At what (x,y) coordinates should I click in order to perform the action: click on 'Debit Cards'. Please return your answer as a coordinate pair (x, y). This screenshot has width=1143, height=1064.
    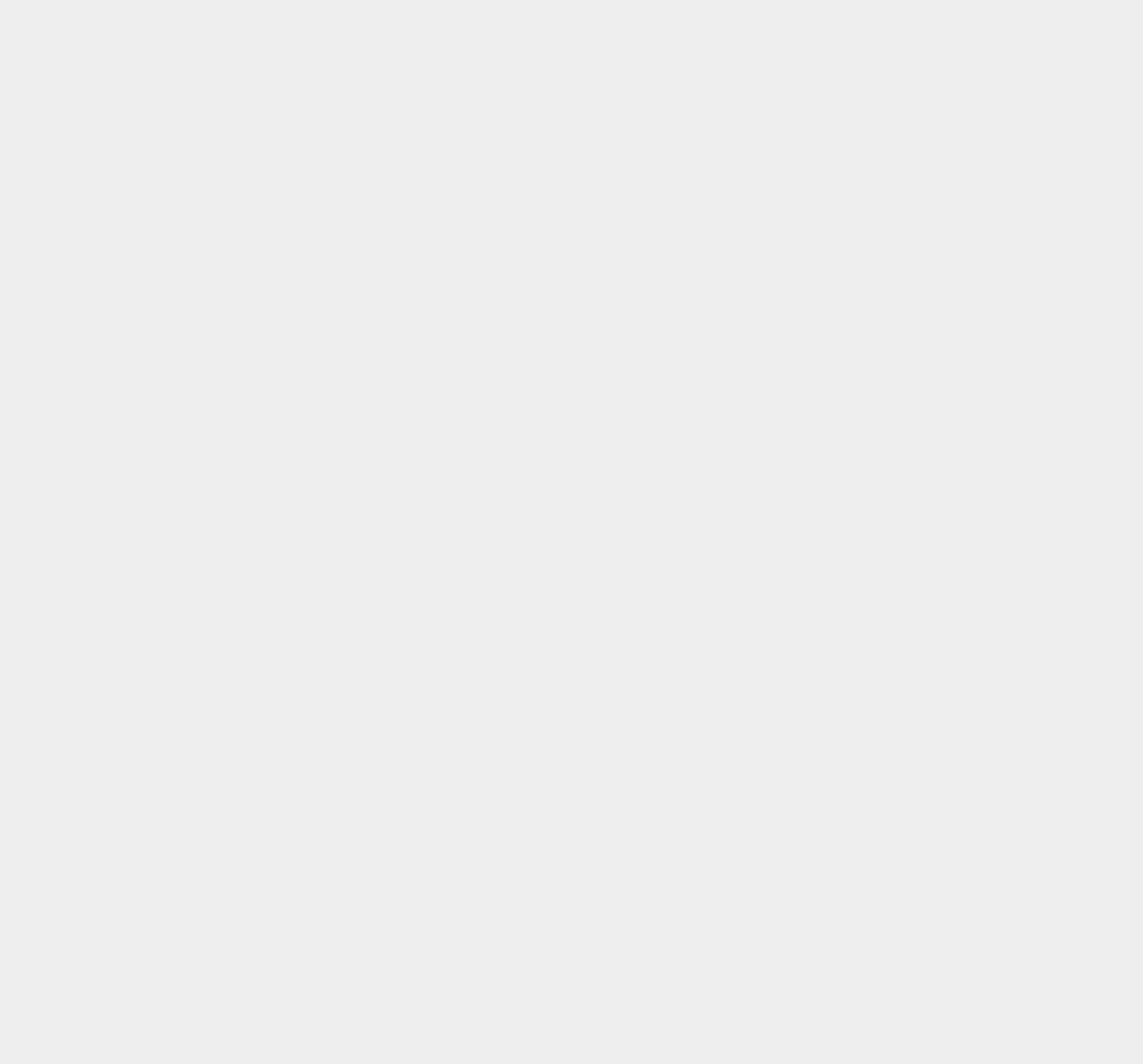
    Looking at the image, I should click on (843, 131).